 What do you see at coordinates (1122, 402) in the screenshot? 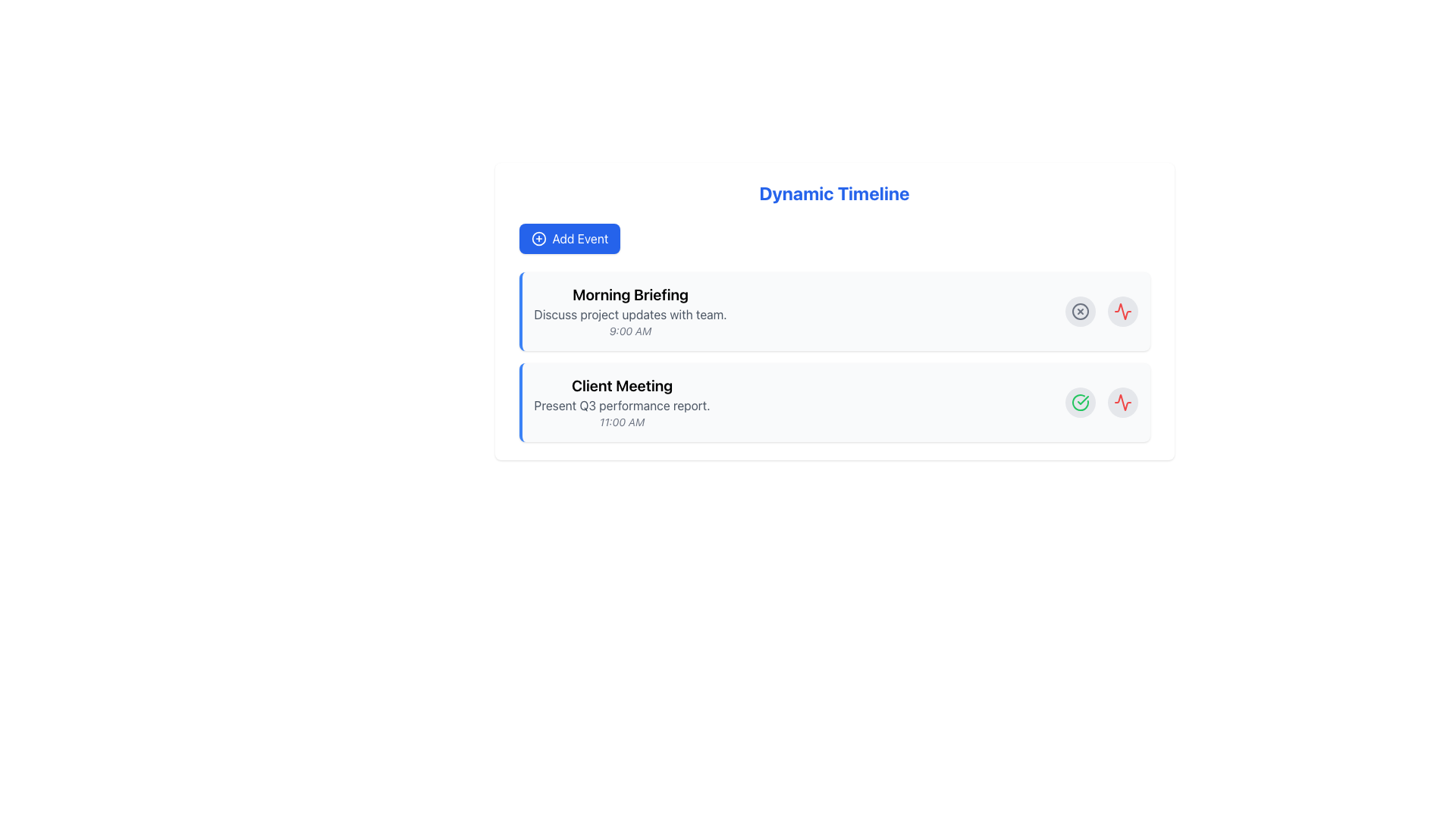
I see `the red-stroked activity icon in the shape of a waveform located on the right side of the 'Morning Briefing' event block` at bounding box center [1122, 402].